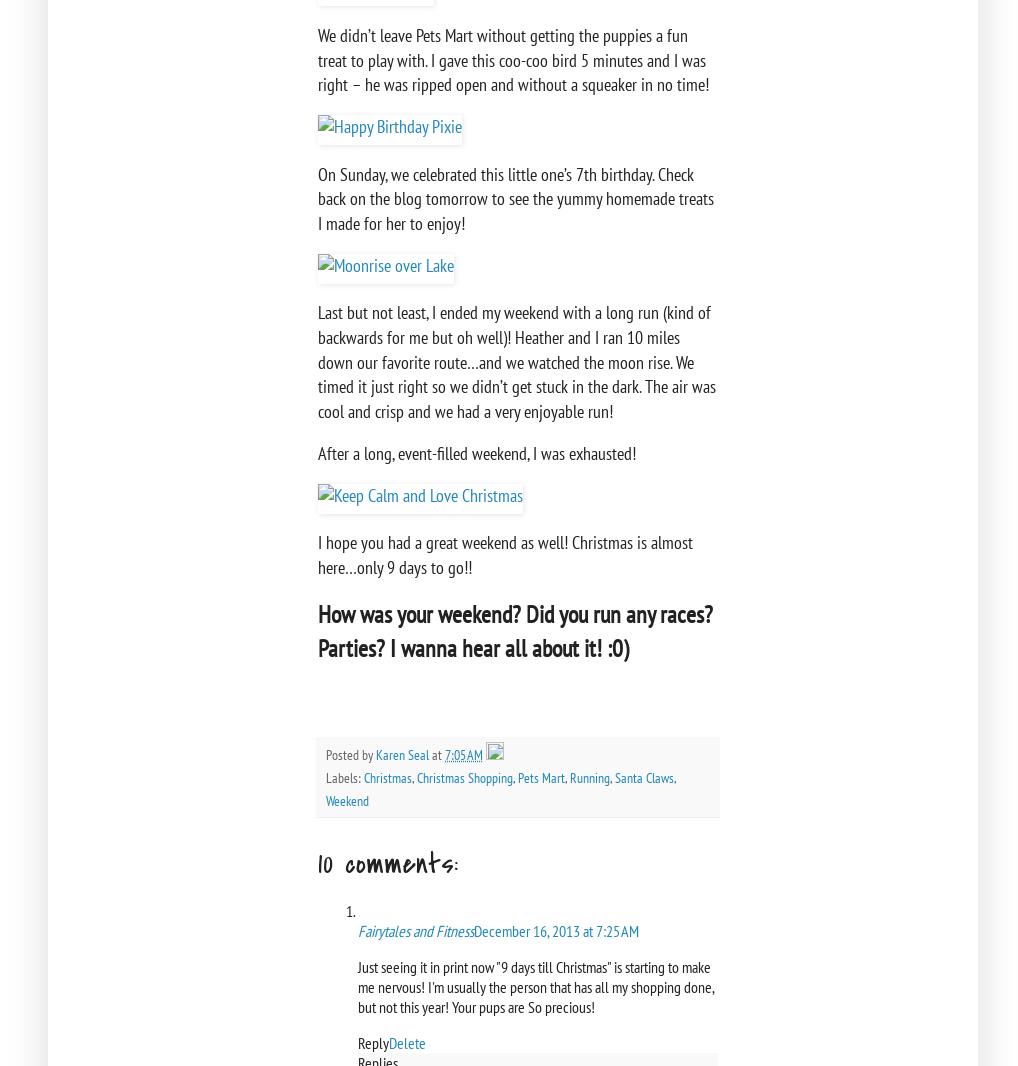 Image resolution: width=1018 pixels, height=1066 pixels. I want to click on 'I hope you had a great weekend as well! Christmas is almost here…only 9 days to go!!', so click(505, 553).